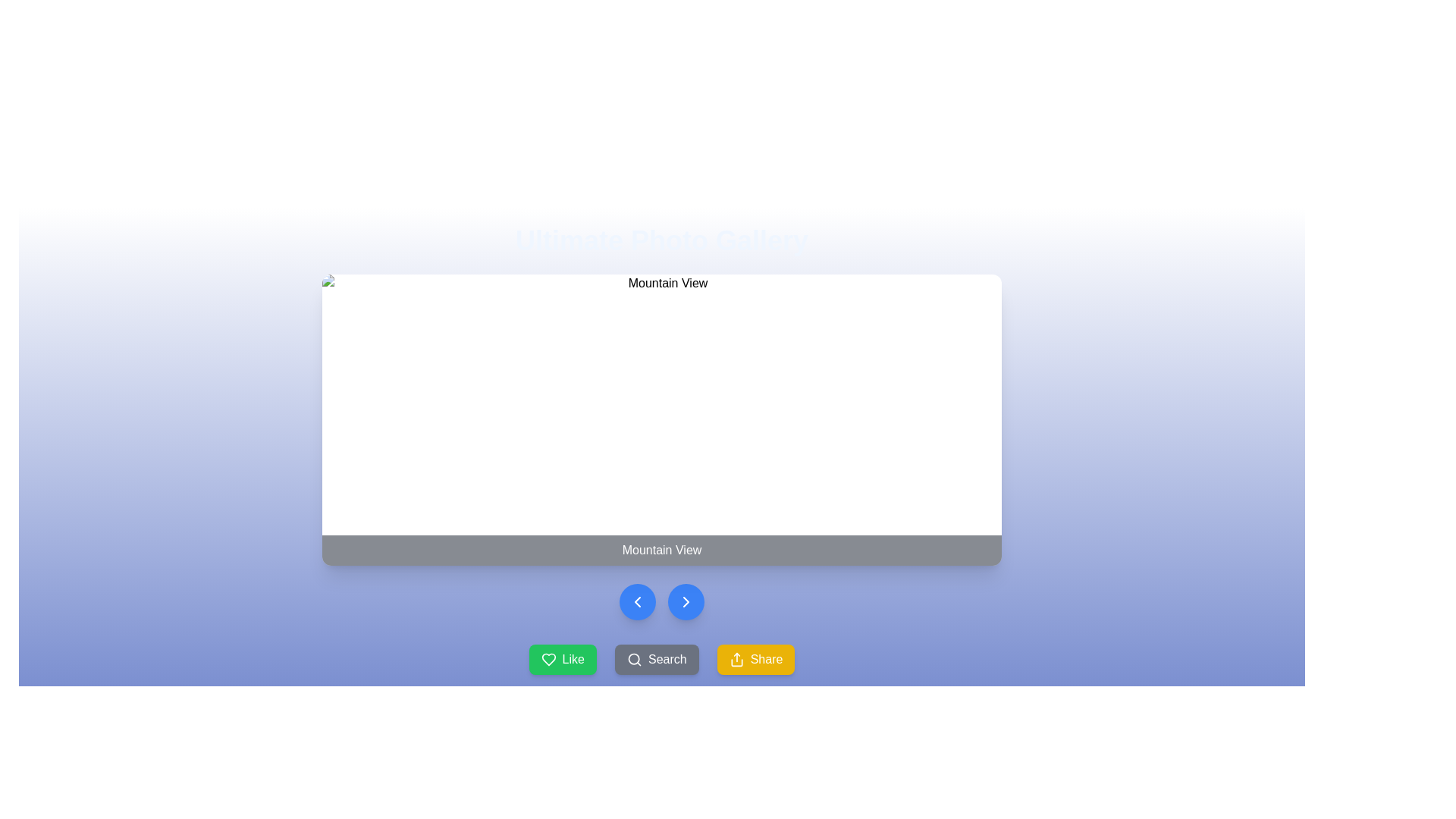 Image resolution: width=1456 pixels, height=819 pixels. Describe the element at coordinates (736, 659) in the screenshot. I see `the Share button that contains the share icon, which is located on the far right among three buttons at the bottom of the interface` at that location.